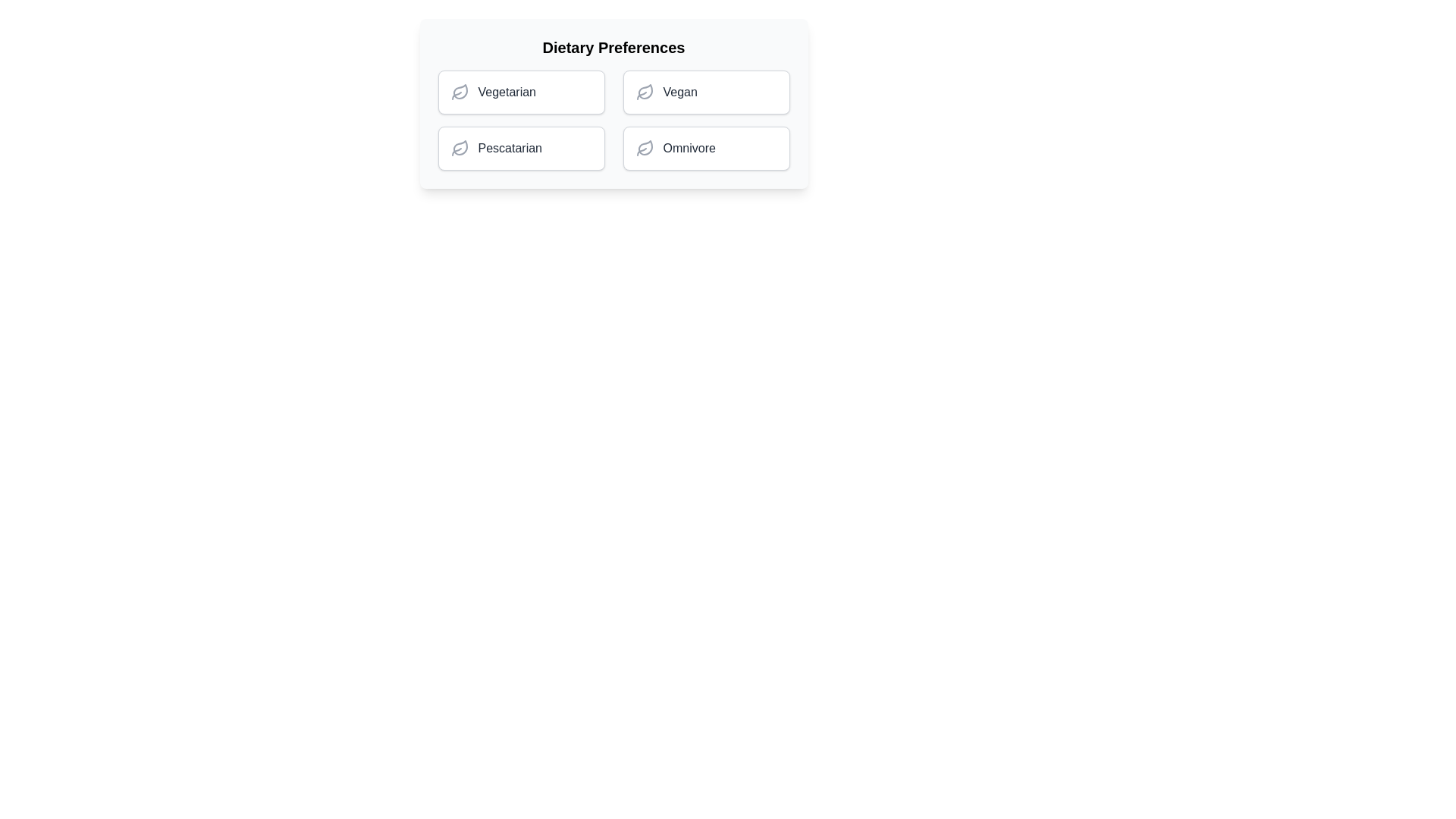  What do you see at coordinates (645, 91) in the screenshot?
I see `the vegan dietary preference icon located in the top-right button of the Dietary Preferences section` at bounding box center [645, 91].